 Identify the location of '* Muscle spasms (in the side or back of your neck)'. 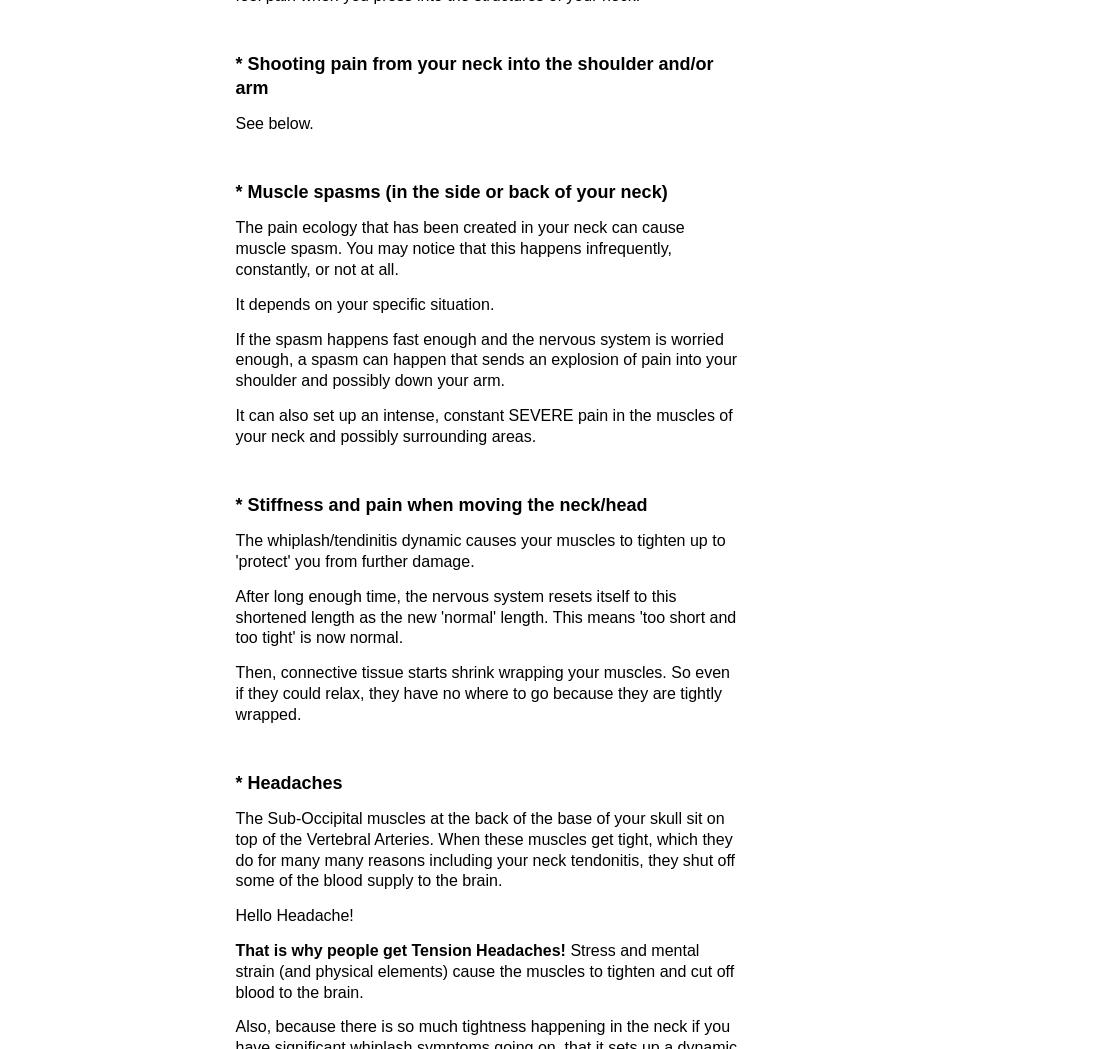
(450, 190).